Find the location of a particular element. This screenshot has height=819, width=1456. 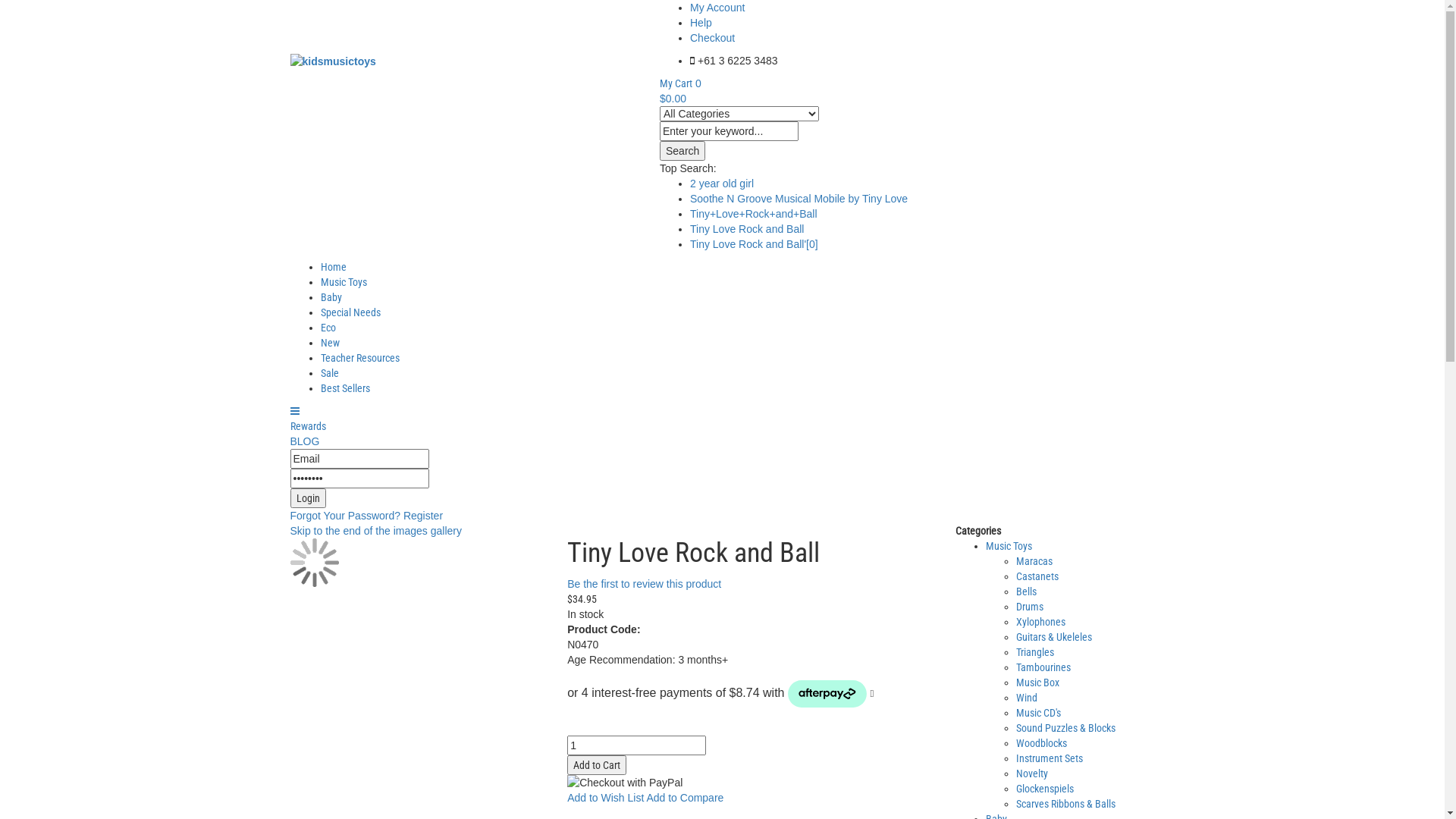

'Tiny+Love+Rock+and+Ball' is located at coordinates (753, 213).